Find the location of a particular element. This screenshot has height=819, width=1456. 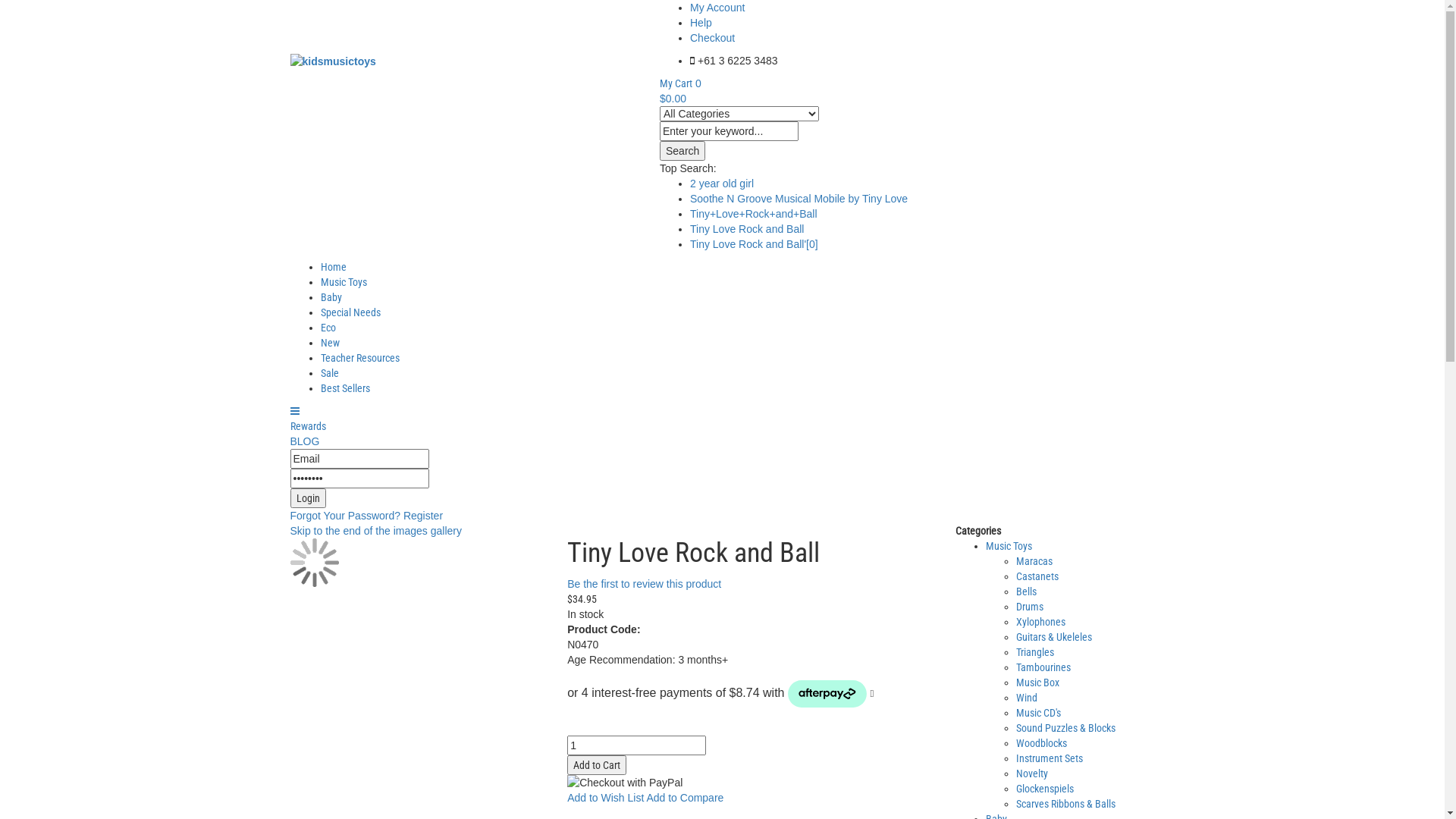

'Tiny+Love+Rock+and+Ball' is located at coordinates (753, 213).